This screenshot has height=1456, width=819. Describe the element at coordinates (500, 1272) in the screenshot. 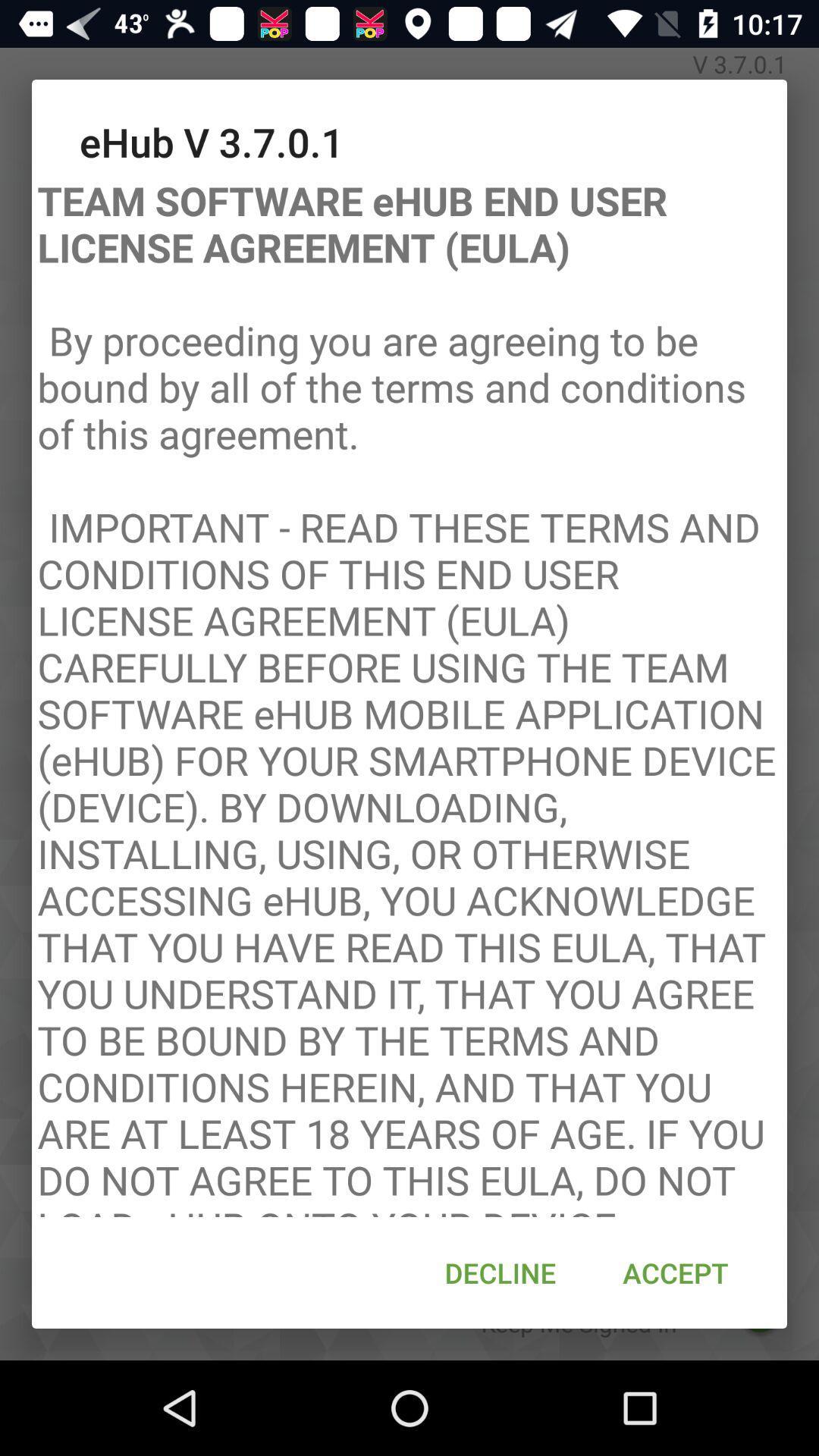

I see `the item to the left of accept icon` at that location.